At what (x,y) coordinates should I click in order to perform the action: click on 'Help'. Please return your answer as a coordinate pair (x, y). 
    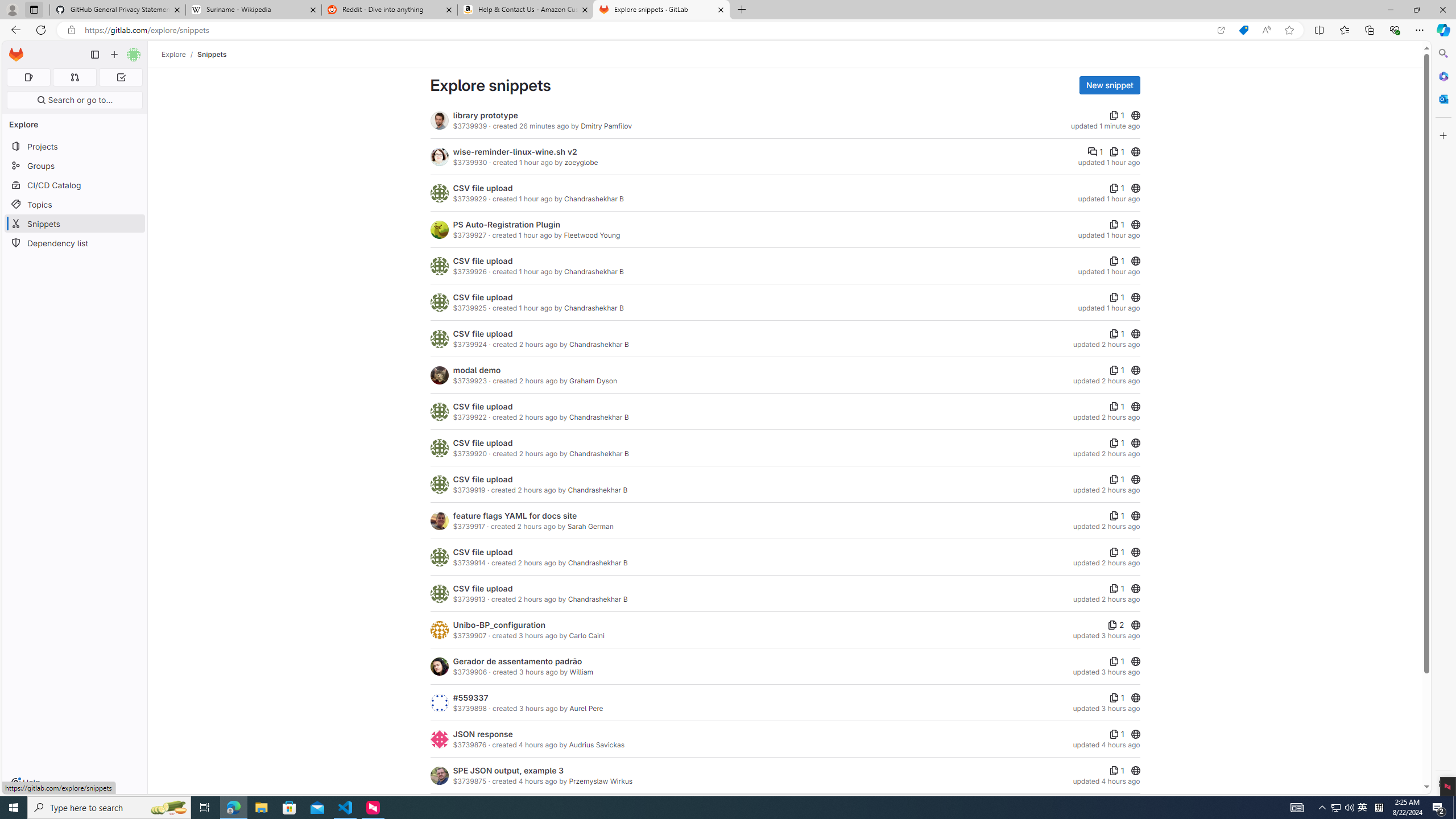
    Looking at the image, I should click on (25, 781).